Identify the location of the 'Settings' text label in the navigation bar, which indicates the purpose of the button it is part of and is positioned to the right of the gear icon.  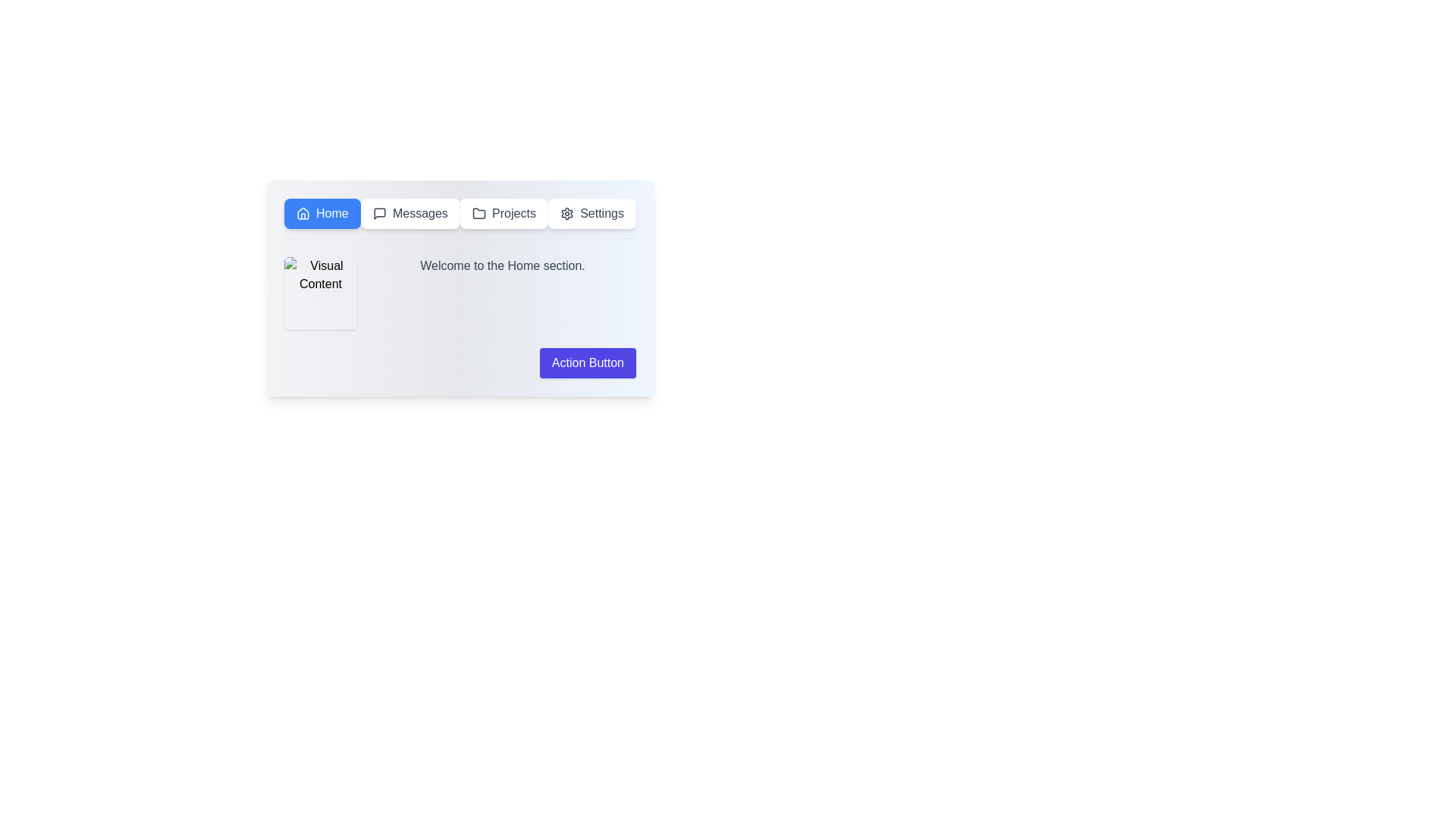
(601, 213).